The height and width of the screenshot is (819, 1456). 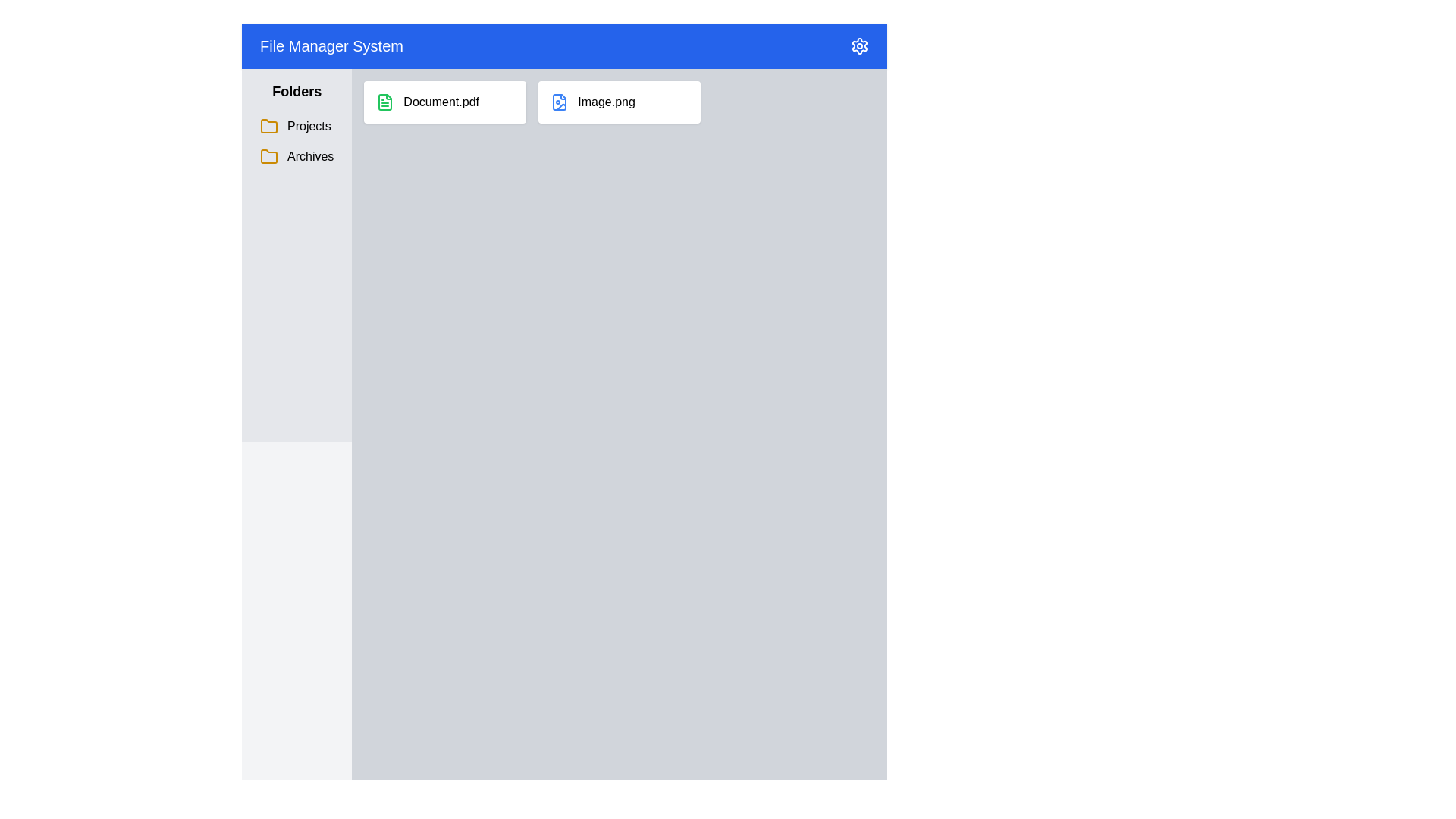 I want to click on the 'Archives' text label in the left sidebar under the 'Folders' section, which is adjacent to the yellow folder icon, so click(x=309, y=157).